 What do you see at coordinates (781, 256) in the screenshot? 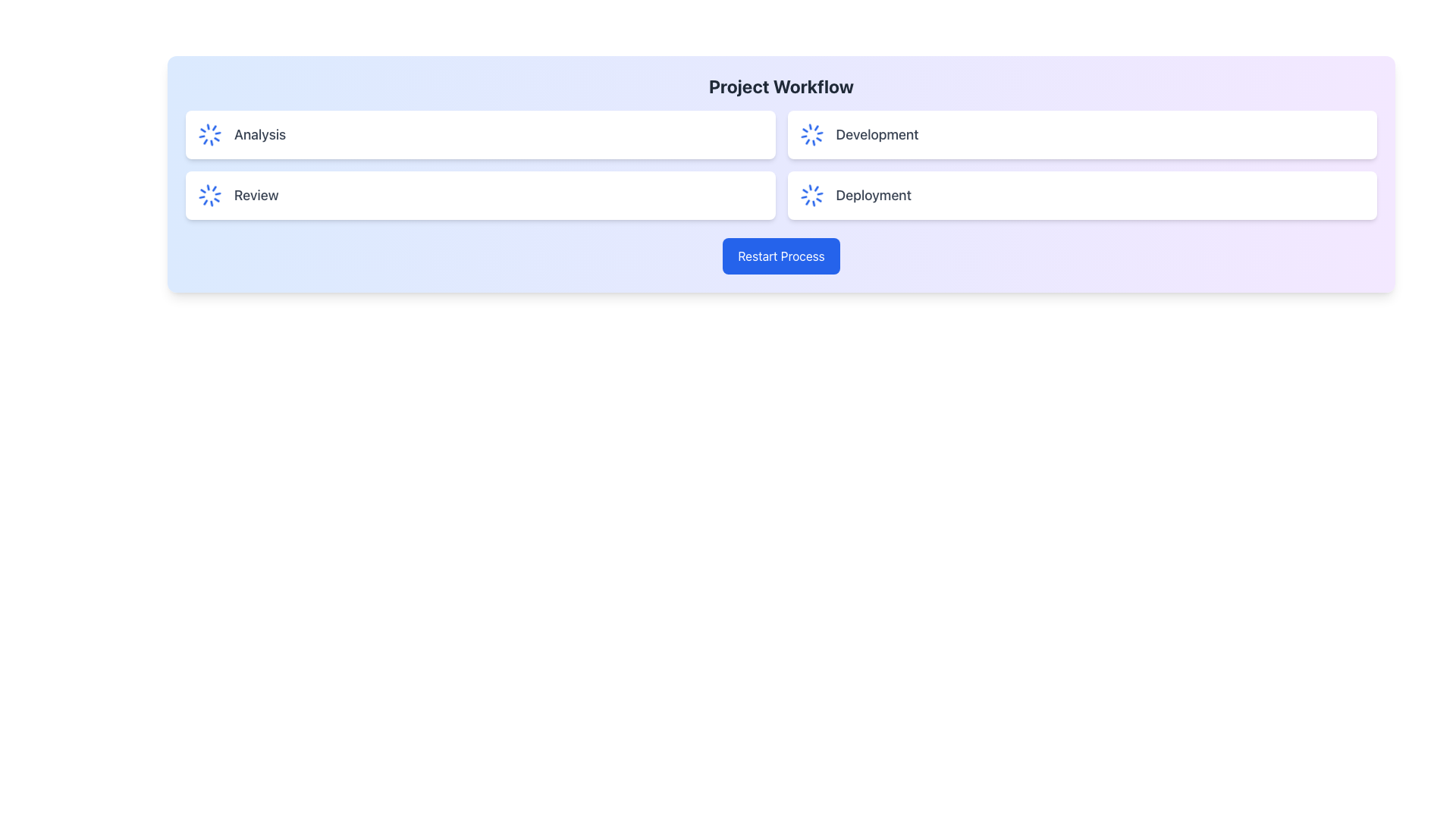
I see `the blue rectangular button labeled 'Restart Process' to initiate the restart process` at bounding box center [781, 256].